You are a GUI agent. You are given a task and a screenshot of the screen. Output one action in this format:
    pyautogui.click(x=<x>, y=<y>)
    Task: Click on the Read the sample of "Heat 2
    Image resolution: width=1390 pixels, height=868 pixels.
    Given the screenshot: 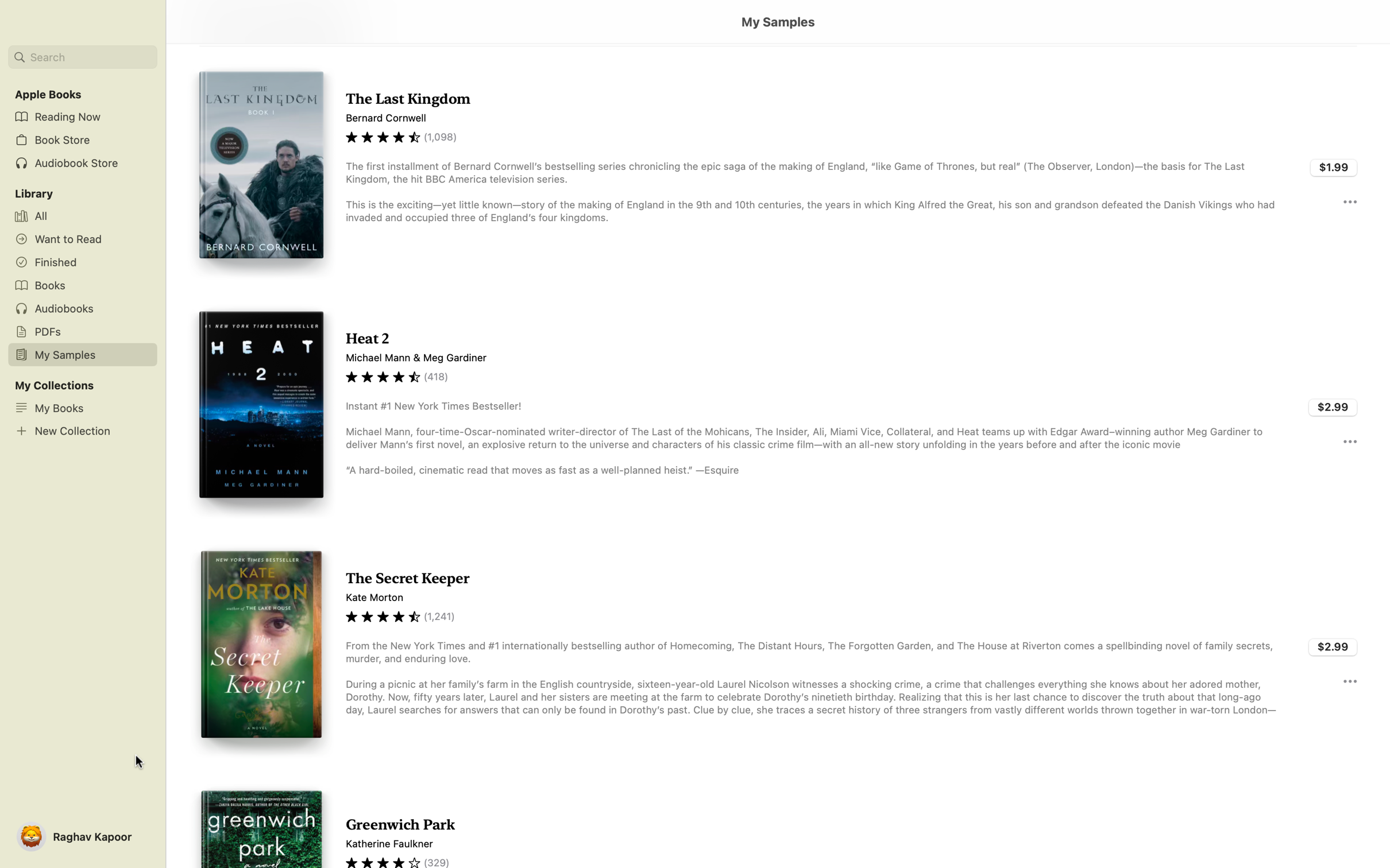 What is the action you would take?
    pyautogui.click(x=777, y=409)
    